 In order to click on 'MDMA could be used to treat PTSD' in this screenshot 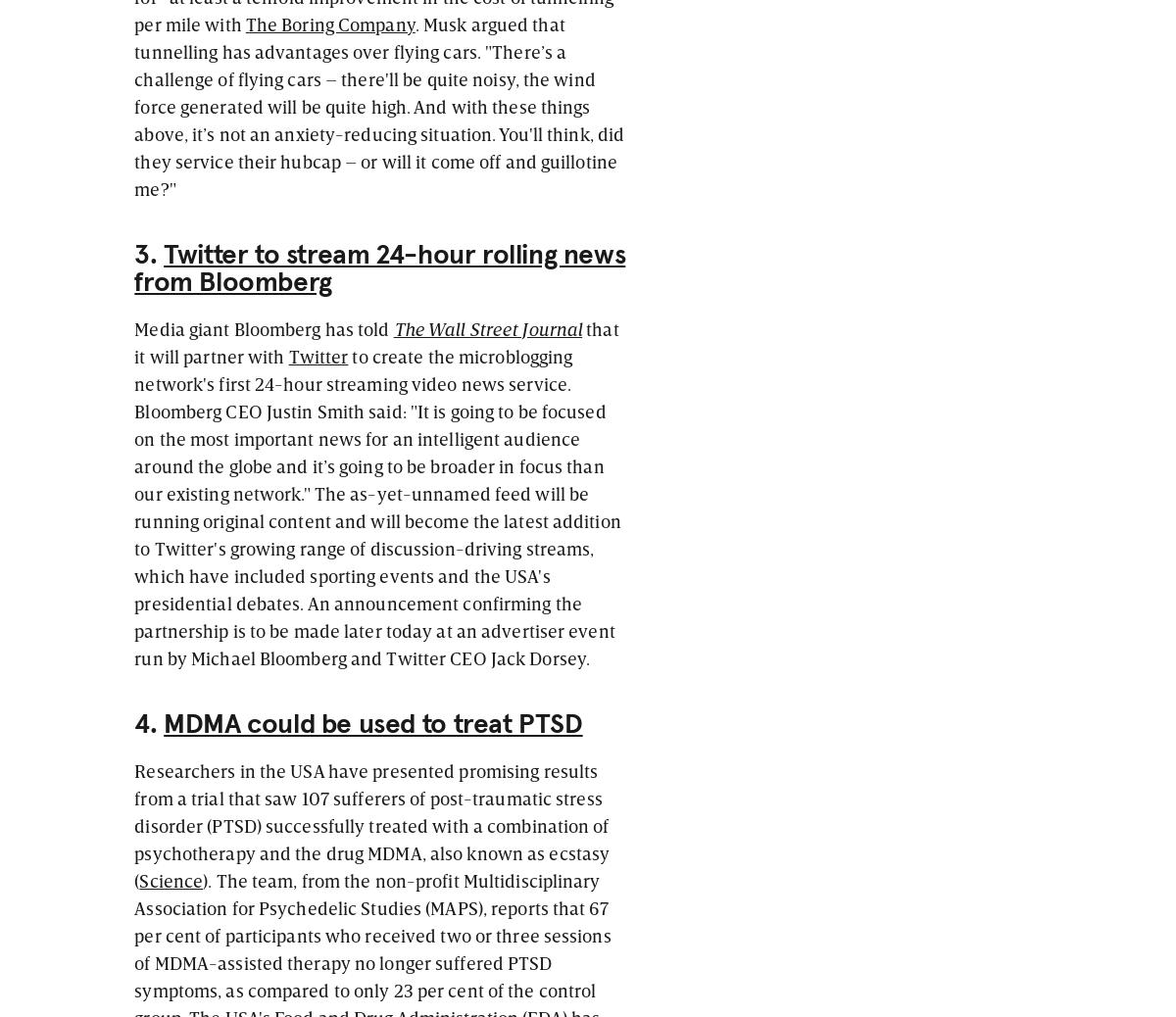, I will do `click(163, 722)`.